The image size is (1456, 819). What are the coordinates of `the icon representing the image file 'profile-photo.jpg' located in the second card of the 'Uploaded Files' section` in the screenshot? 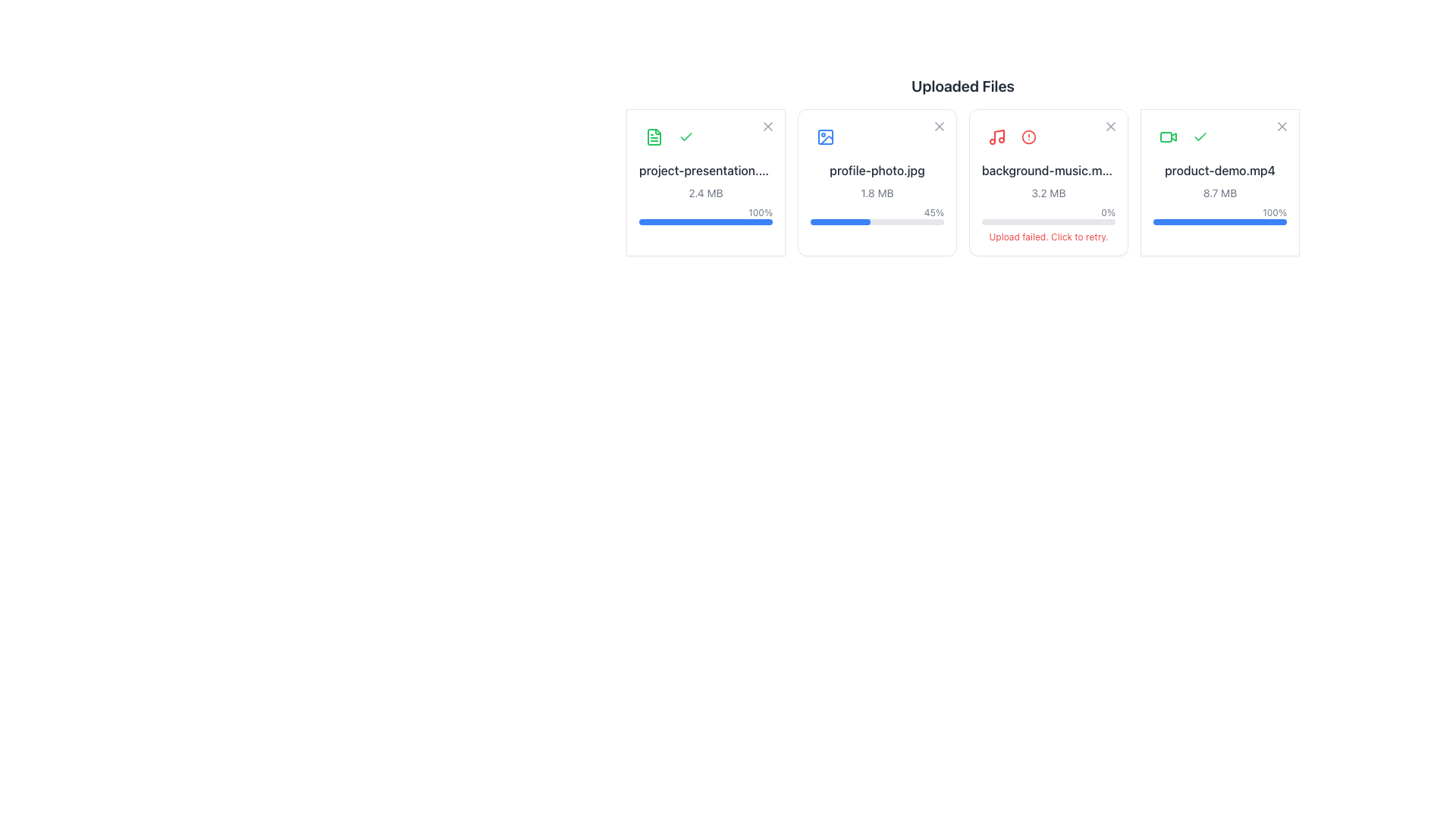 It's located at (825, 137).